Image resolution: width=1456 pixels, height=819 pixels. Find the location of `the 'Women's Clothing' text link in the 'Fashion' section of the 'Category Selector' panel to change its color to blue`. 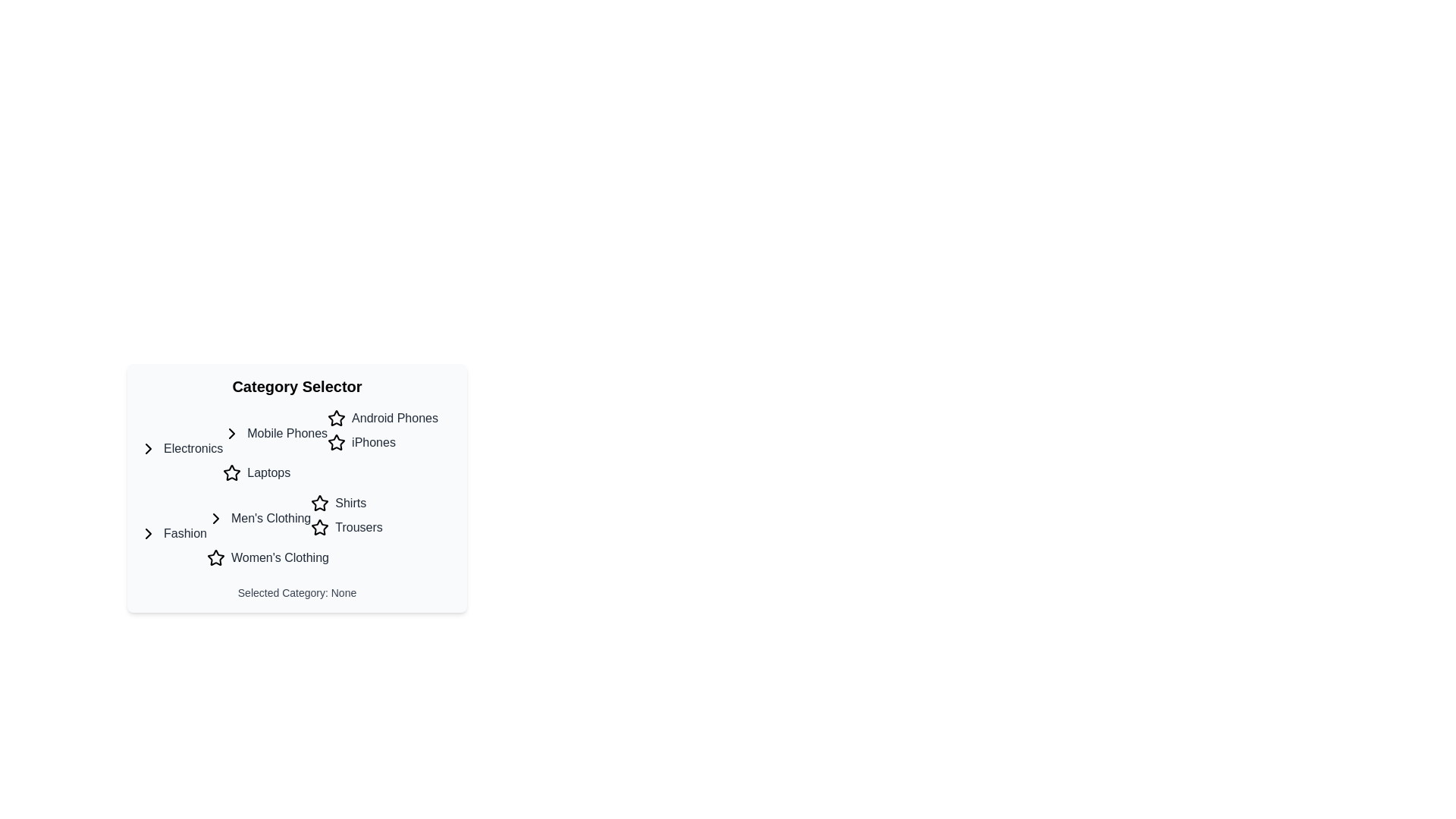

the 'Women's Clothing' text link in the 'Fashion' section of the 'Category Selector' panel to change its color to blue is located at coordinates (280, 558).